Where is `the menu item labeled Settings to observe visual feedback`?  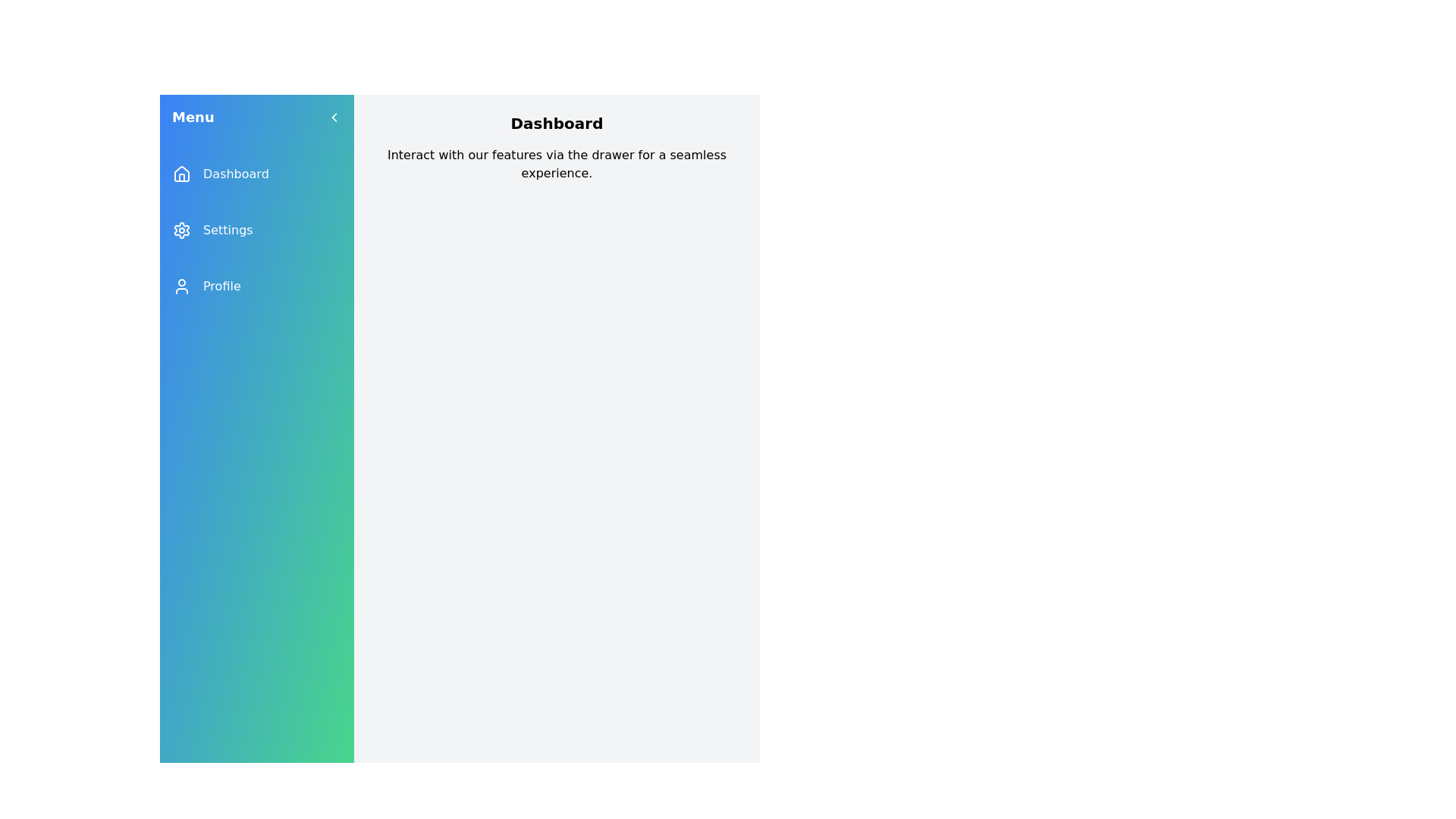 the menu item labeled Settings to observe visual feedback is located at coordinates (257, 231).